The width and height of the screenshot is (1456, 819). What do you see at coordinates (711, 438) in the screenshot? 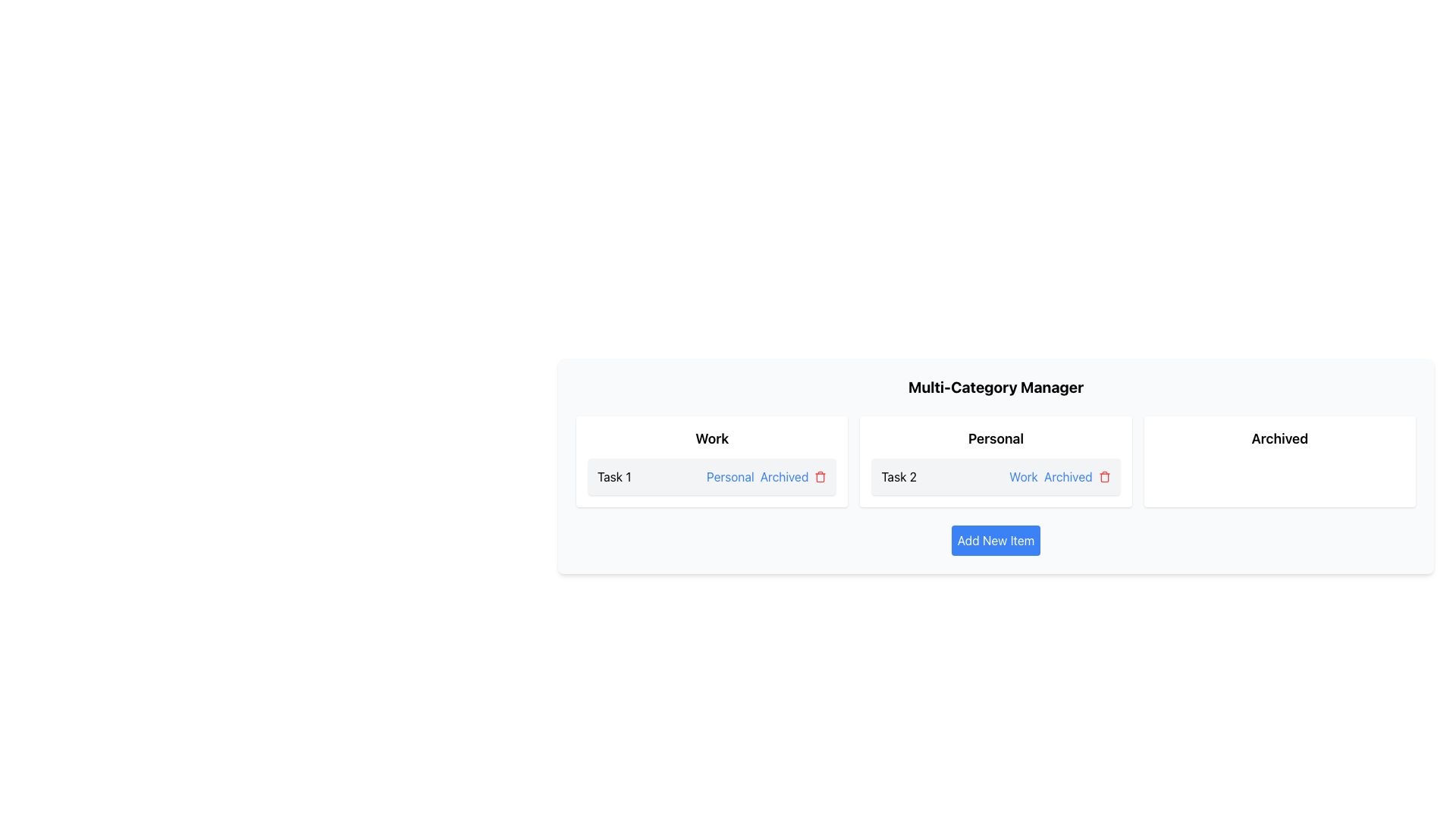
I see `the prominent heading text label indicating 'Work' at the top of the first card in the leftmost column of the interface` at bounding box center [711, 438].